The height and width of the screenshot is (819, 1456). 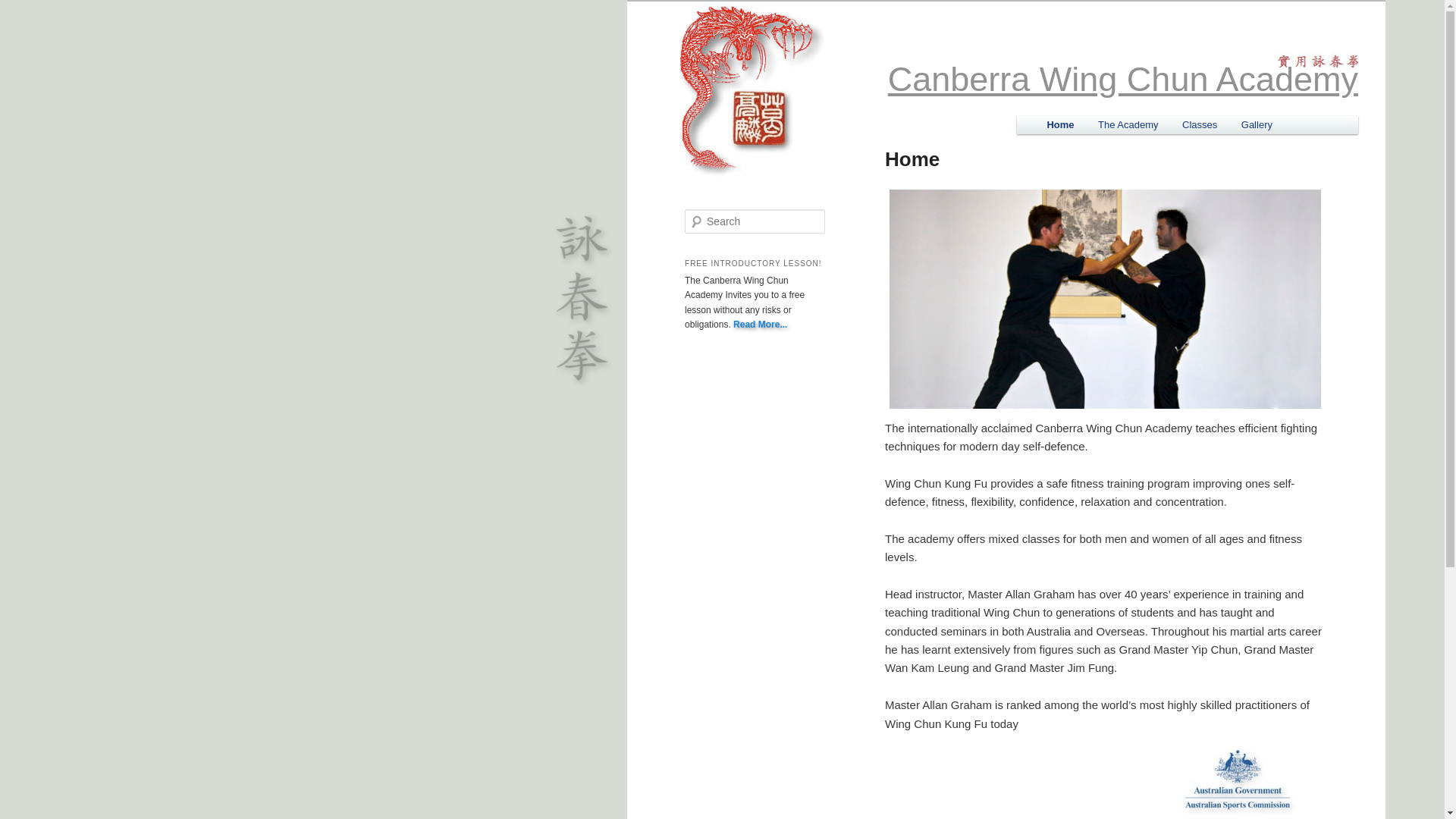 I want to click on 'Classes', so click(x=1199, y=124).